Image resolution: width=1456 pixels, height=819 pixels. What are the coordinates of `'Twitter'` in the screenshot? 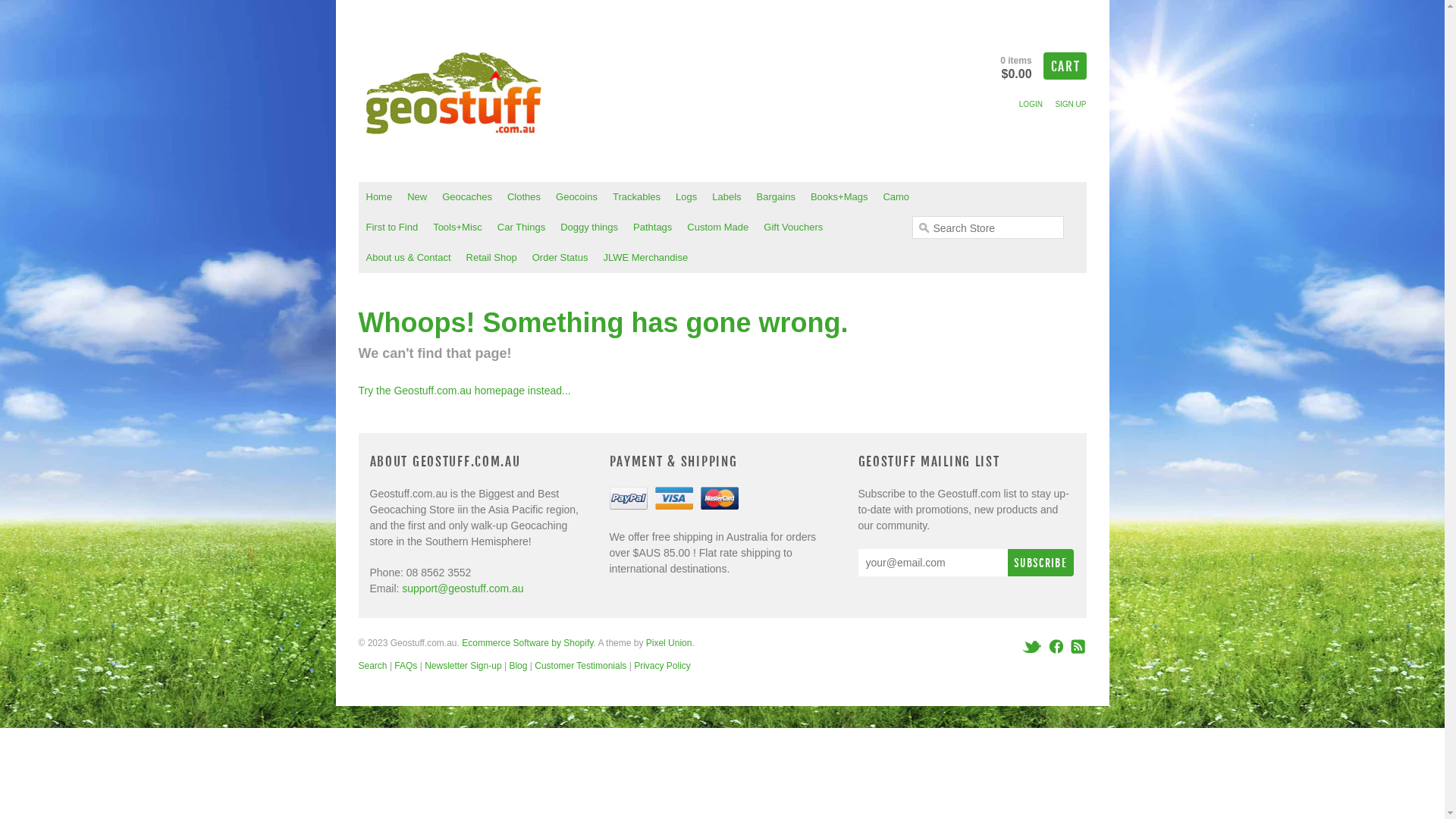 It's located at (1032, 646).